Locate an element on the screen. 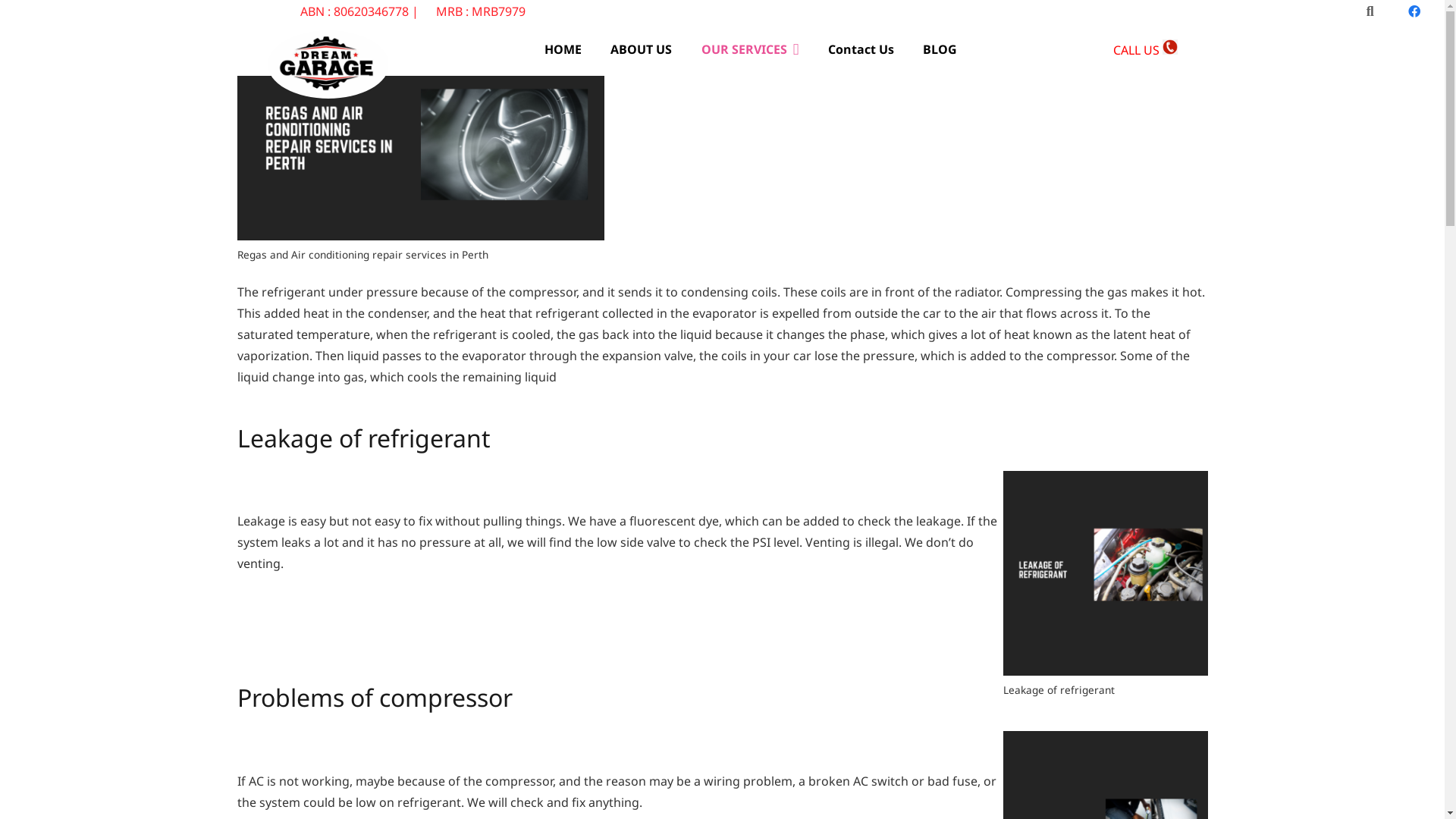  'Contact Us' is located at coordinates (861, 49).